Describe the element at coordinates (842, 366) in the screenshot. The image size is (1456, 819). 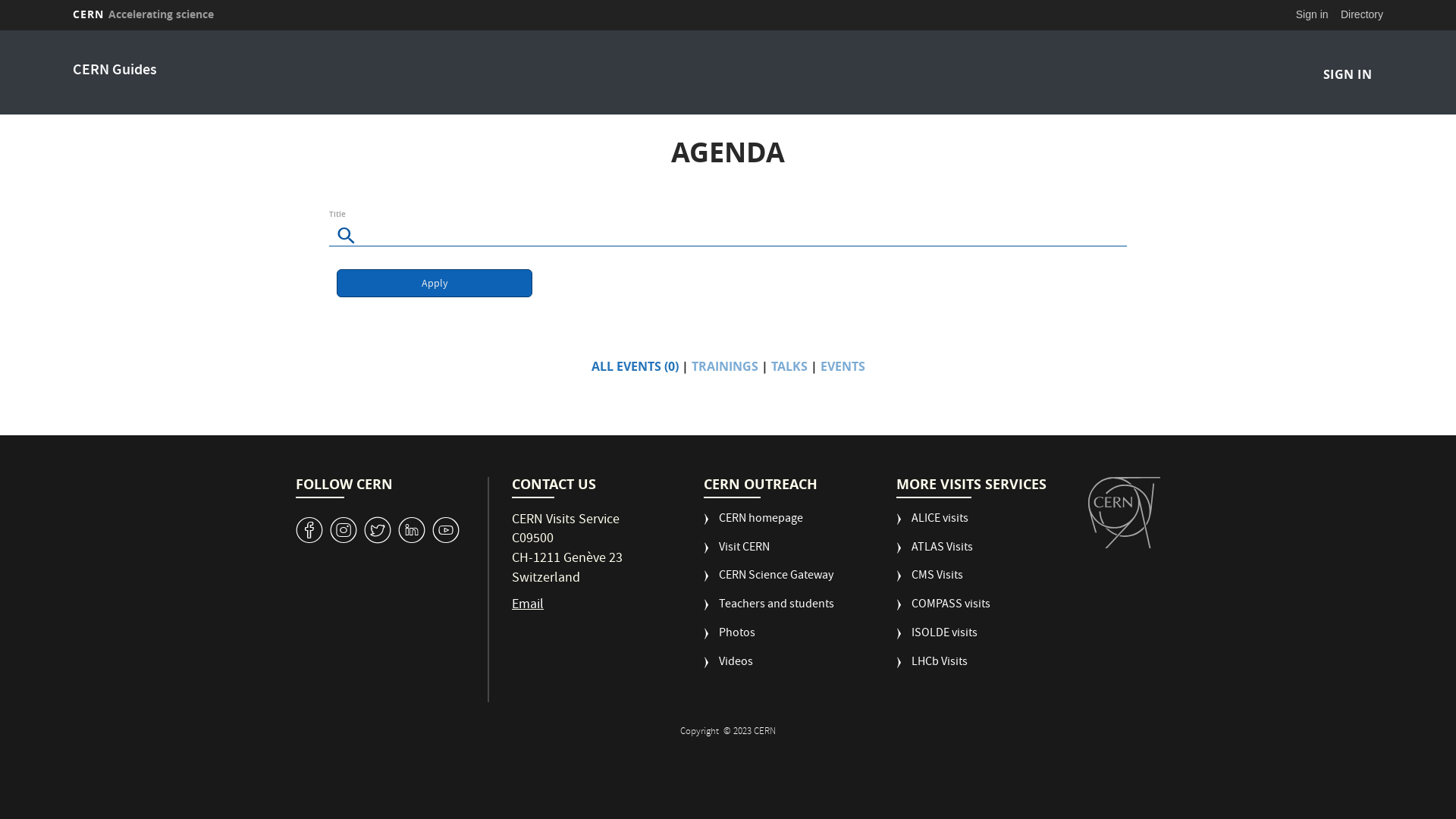
I see `'EVENTS'` at that location.